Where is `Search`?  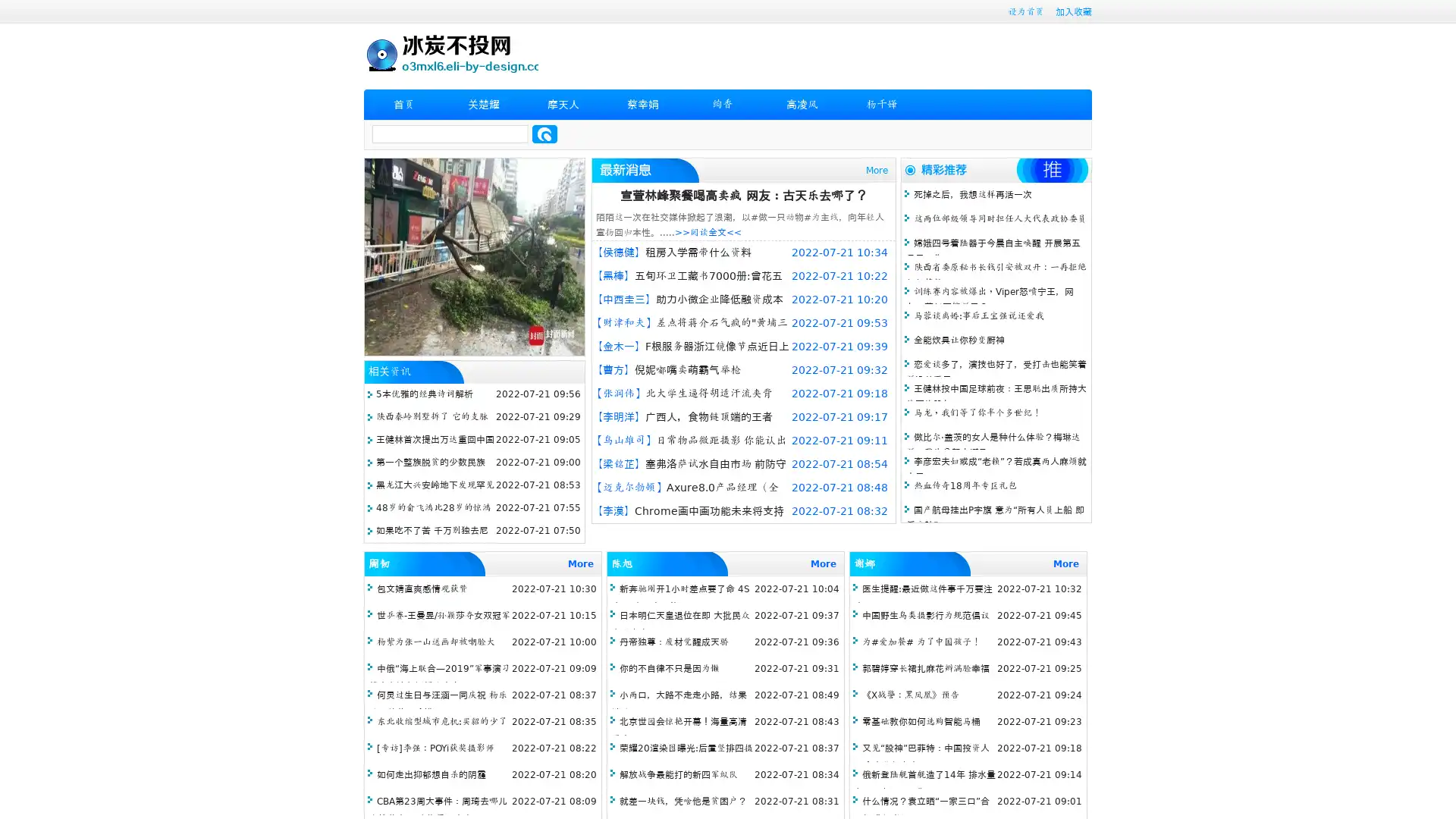 Search is located at coordinates (544, 133).